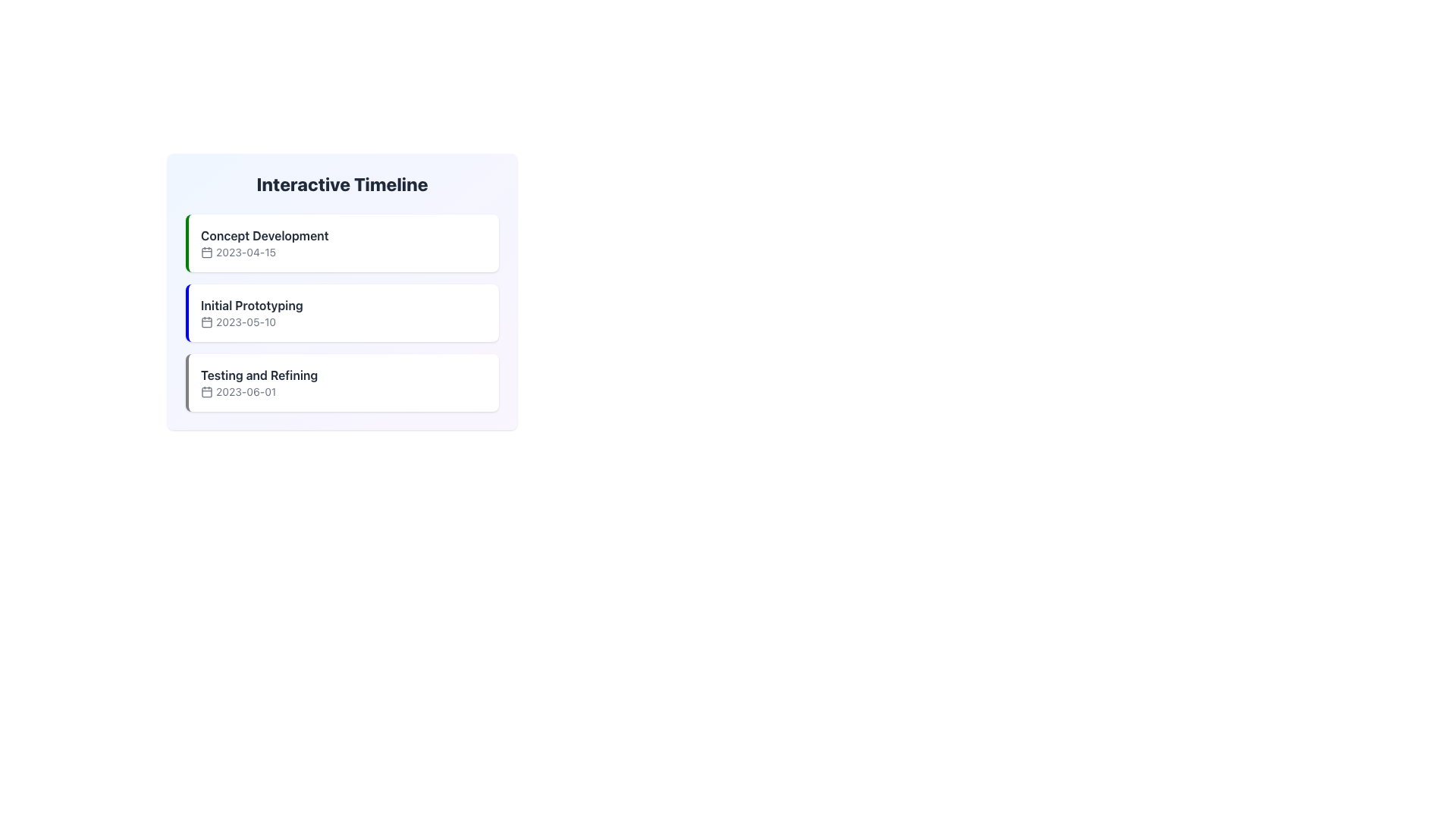  I want to click on the text block labeled 'Testing and Refining' which includes the date '2023-06-01' and a calendar icon, located within a white rounded rectangle with a gray border, so click(259, 382).